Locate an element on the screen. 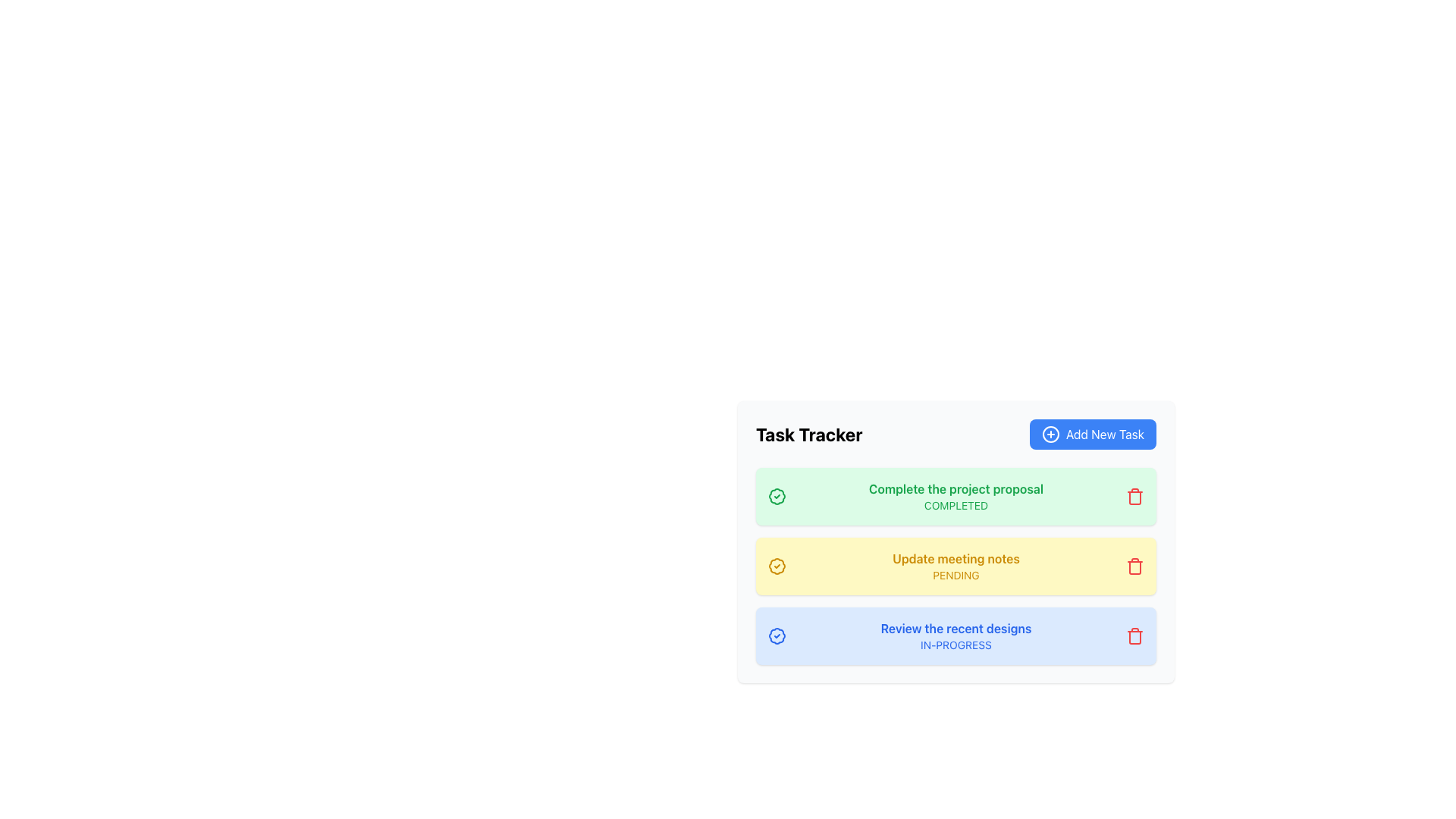 This screenshot has width=1456, height=819. the Text Display element that shows the task title and its current status 'PENDING', which is the second task entry in the task tracker interface is located at coordinates (955, 566).